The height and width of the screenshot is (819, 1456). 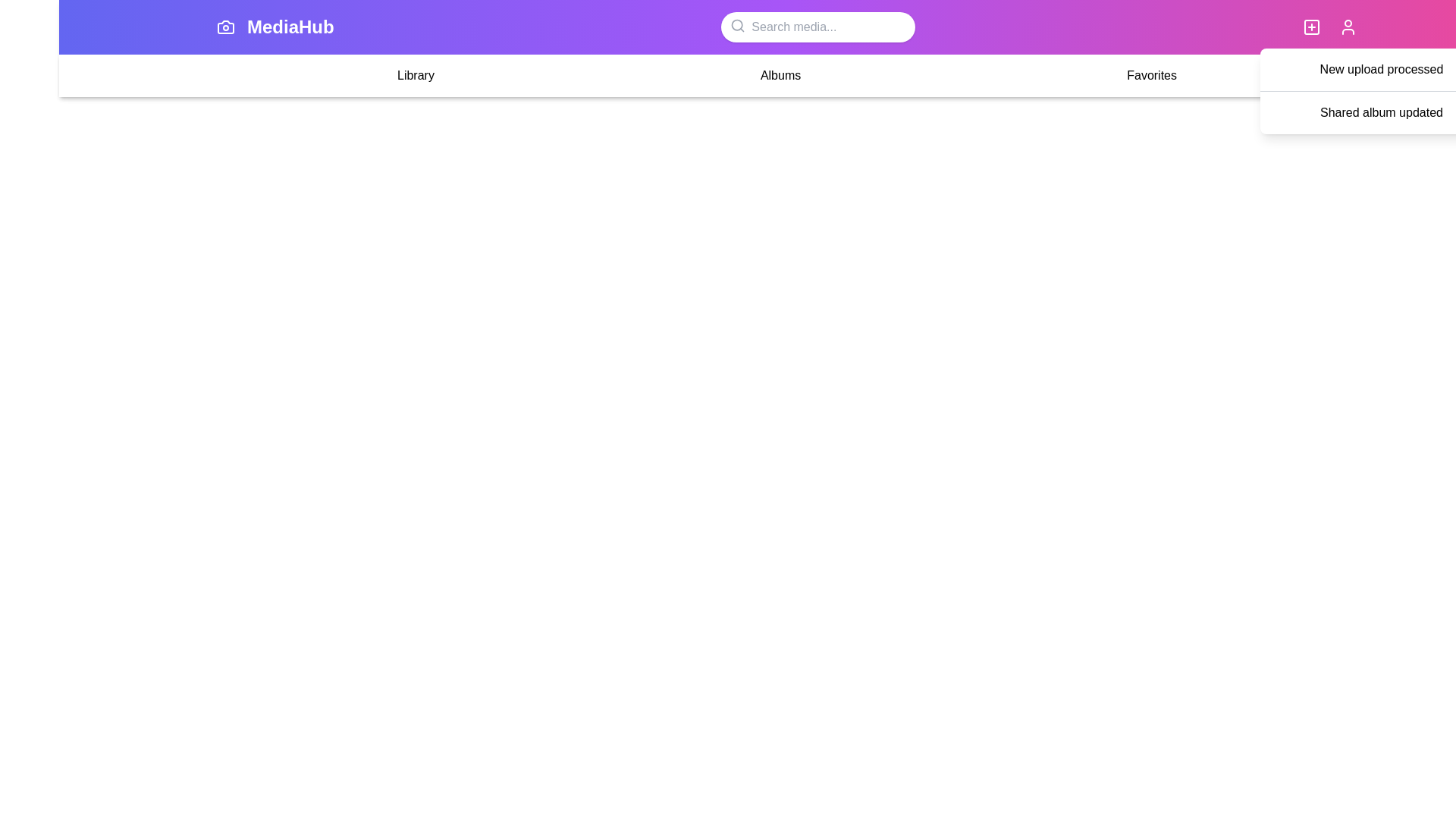 What do you see at coordinates (415, 76) in the screenshot?
I see `the 'Library' menu item to view the media library` at bounding box center [415, 76].